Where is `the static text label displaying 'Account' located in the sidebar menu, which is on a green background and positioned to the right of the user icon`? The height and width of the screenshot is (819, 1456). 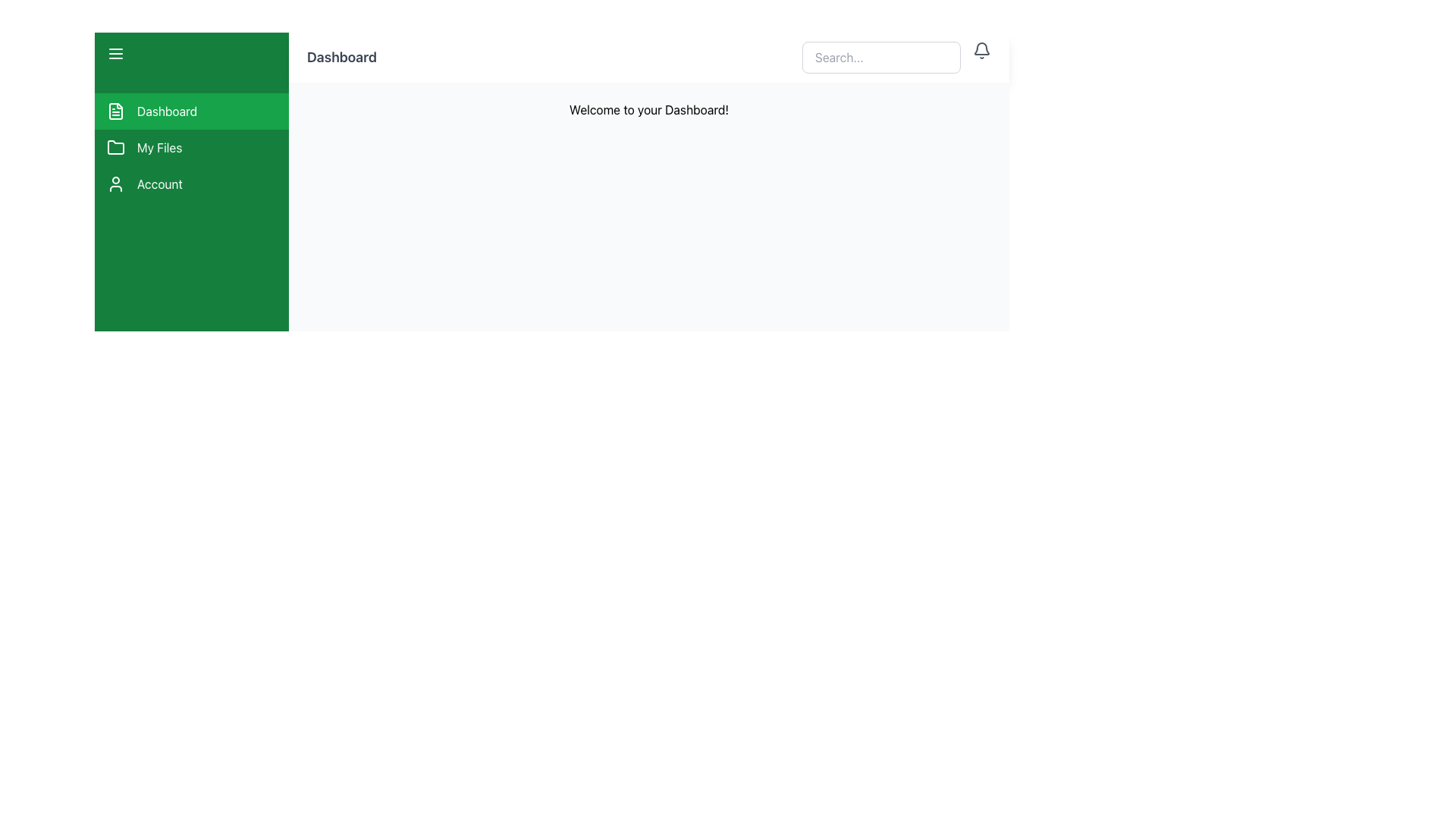
the static text label displaying 'Account' located in the sidebar menu, which is on a green background and positioned to the right of the user icon is located at coordinates (160, 184).